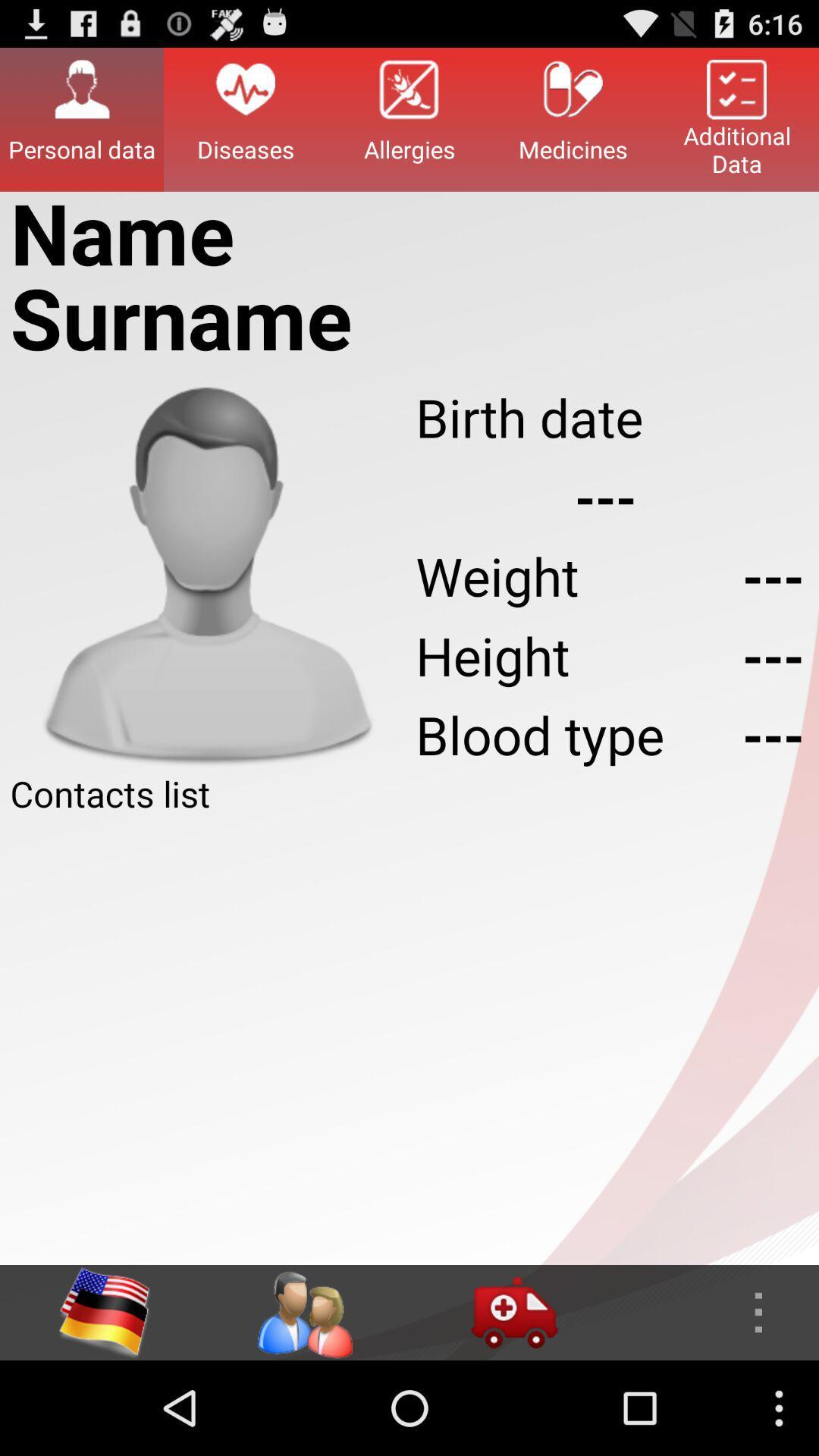 Image resolution: width=819 pixels, height=1456 pixels. What do you see at coordinates (409, 1040) in the screenshot?
I see `comment box` at bounding box center [409, 1040].